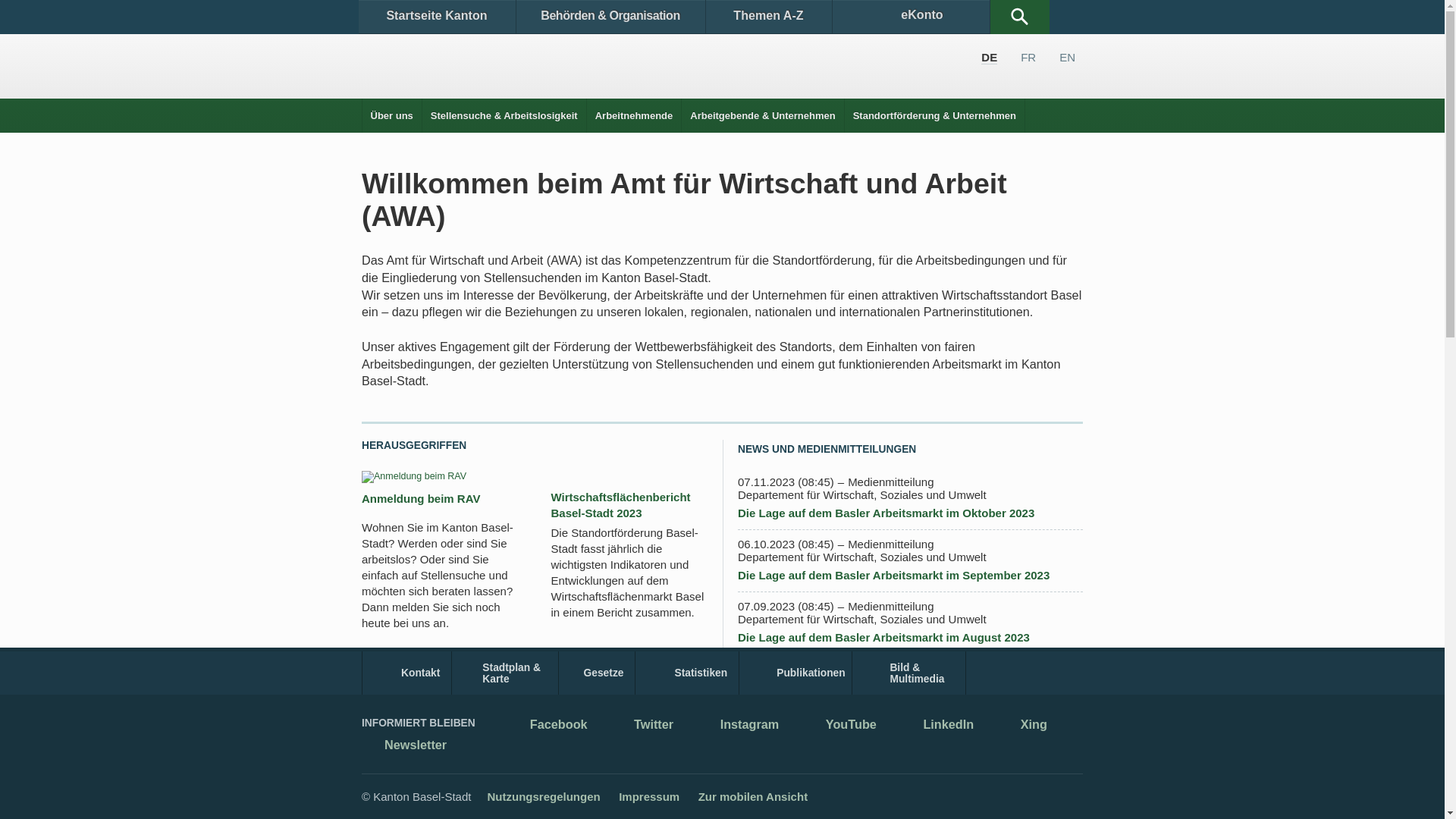  What do you see at coordinates (546, 724) in the screenshot?
I see `'Facebook'` at bounding box center [546, 724].